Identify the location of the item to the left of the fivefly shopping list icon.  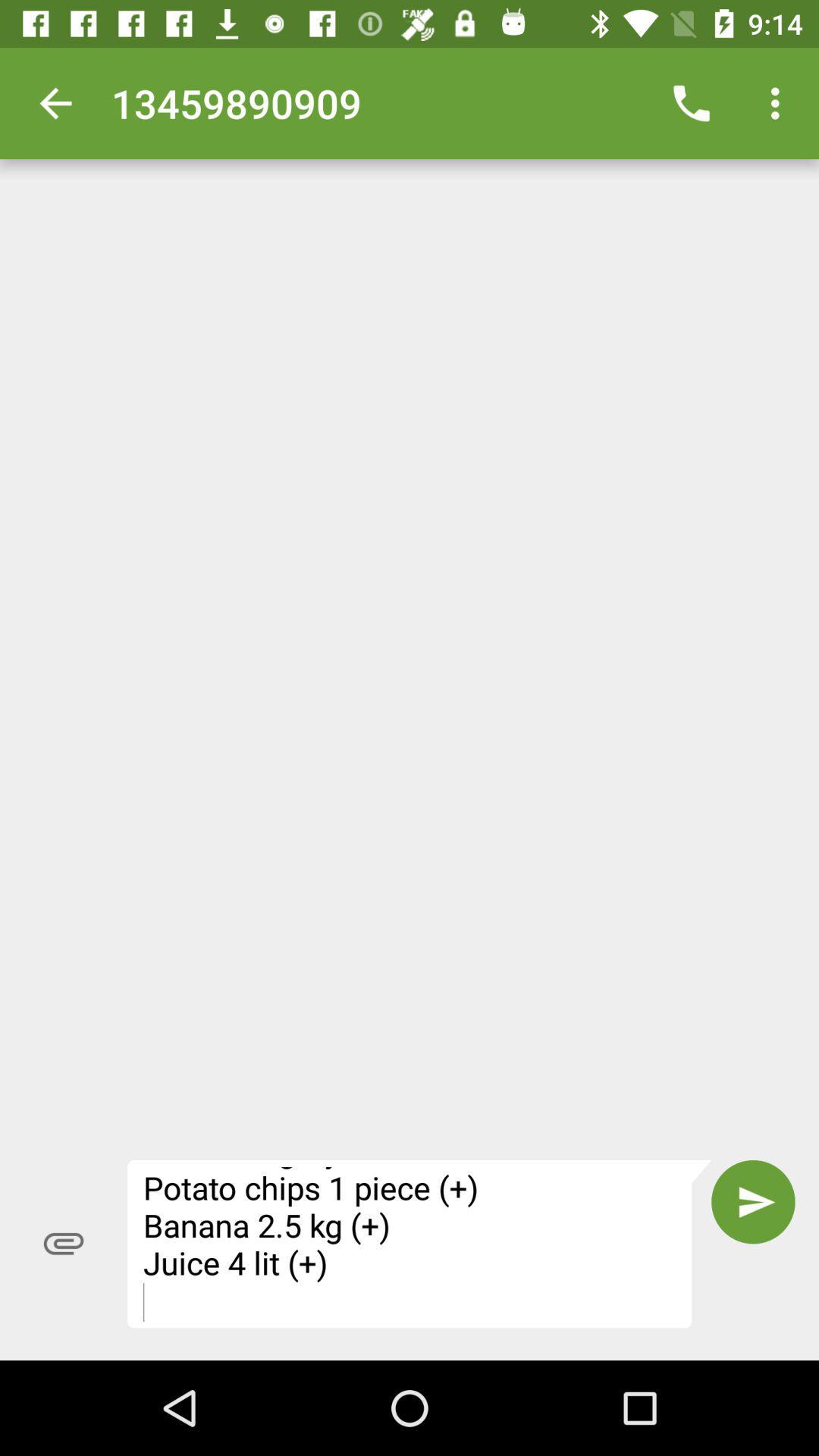
(63, 1244).